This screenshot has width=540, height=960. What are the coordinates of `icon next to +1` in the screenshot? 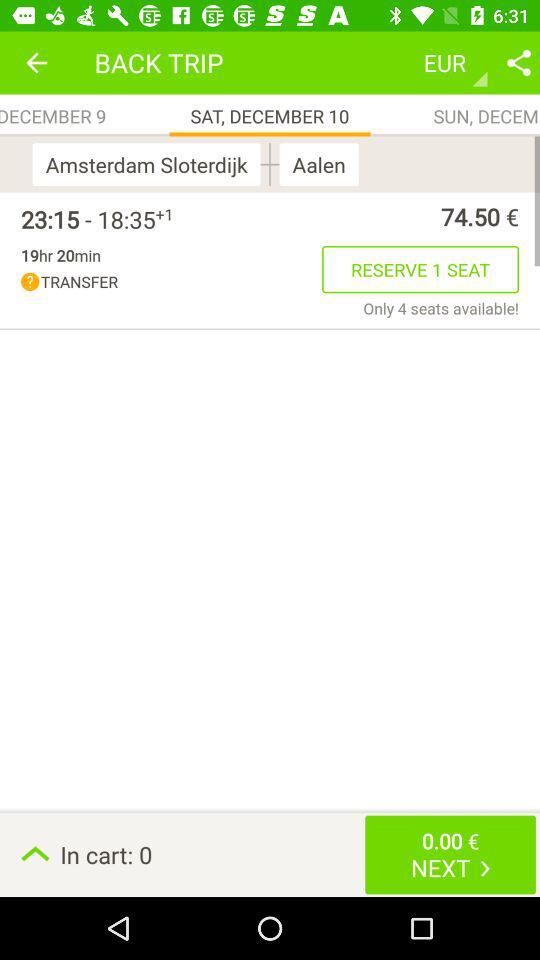 It's located at (87, 219).